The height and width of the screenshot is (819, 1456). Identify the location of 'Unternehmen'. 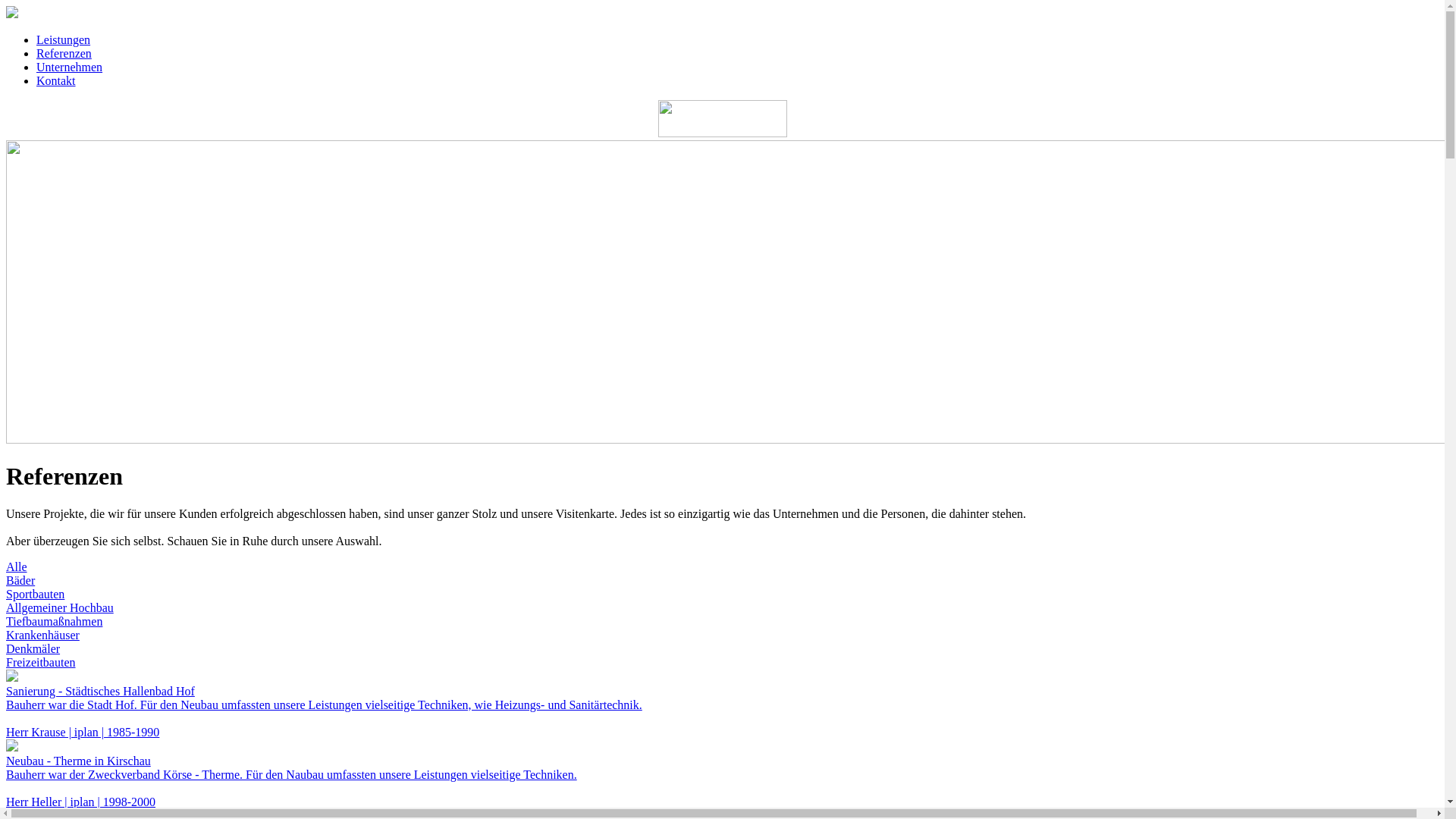
(68, 66).